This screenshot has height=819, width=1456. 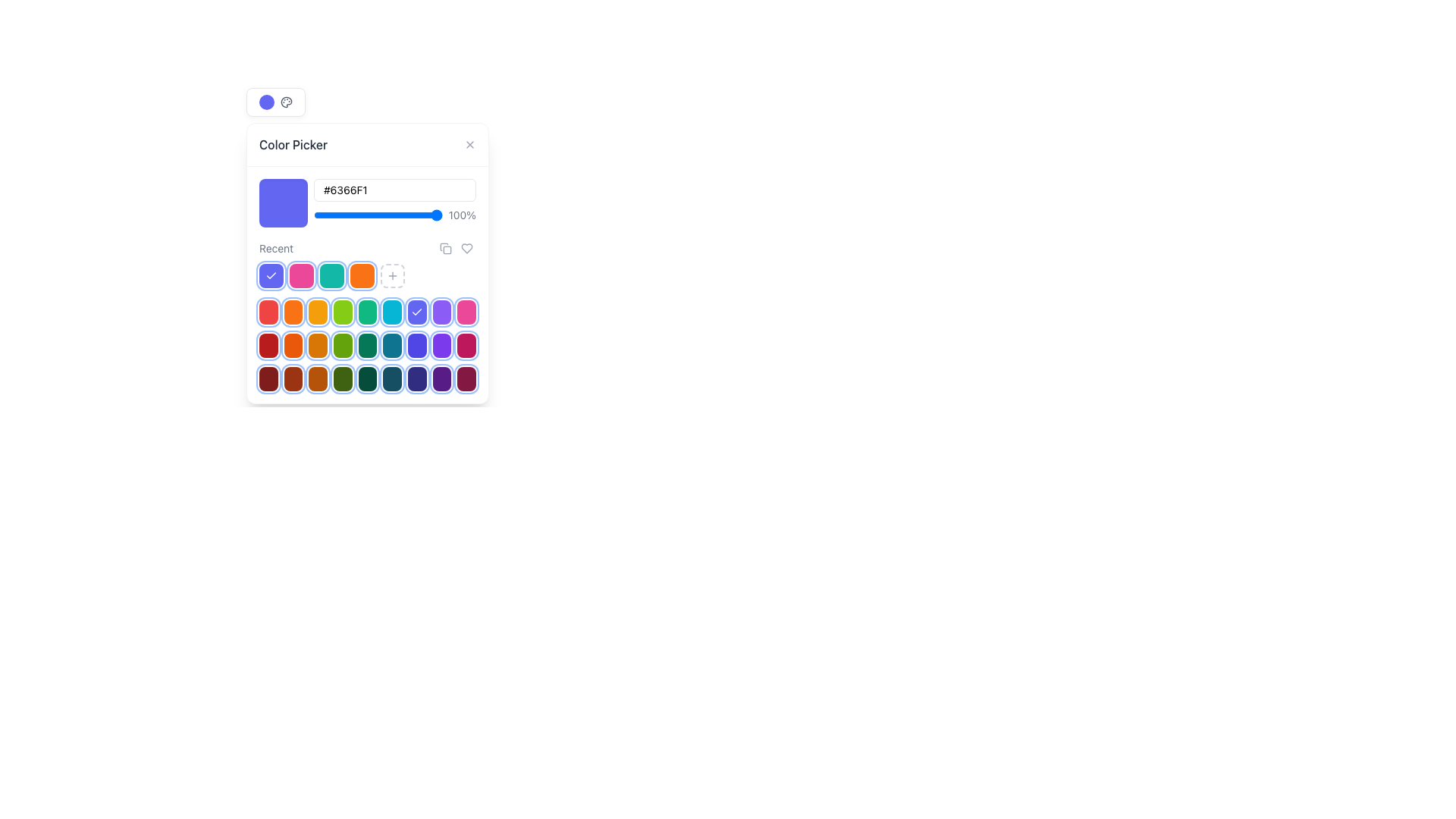 What do you see at coordinates (271, 275) in the screenshot?
I see `the checkmark icon located at the center of the circular button in the 'Recent' color selection area` at bounding box center [271, 275].